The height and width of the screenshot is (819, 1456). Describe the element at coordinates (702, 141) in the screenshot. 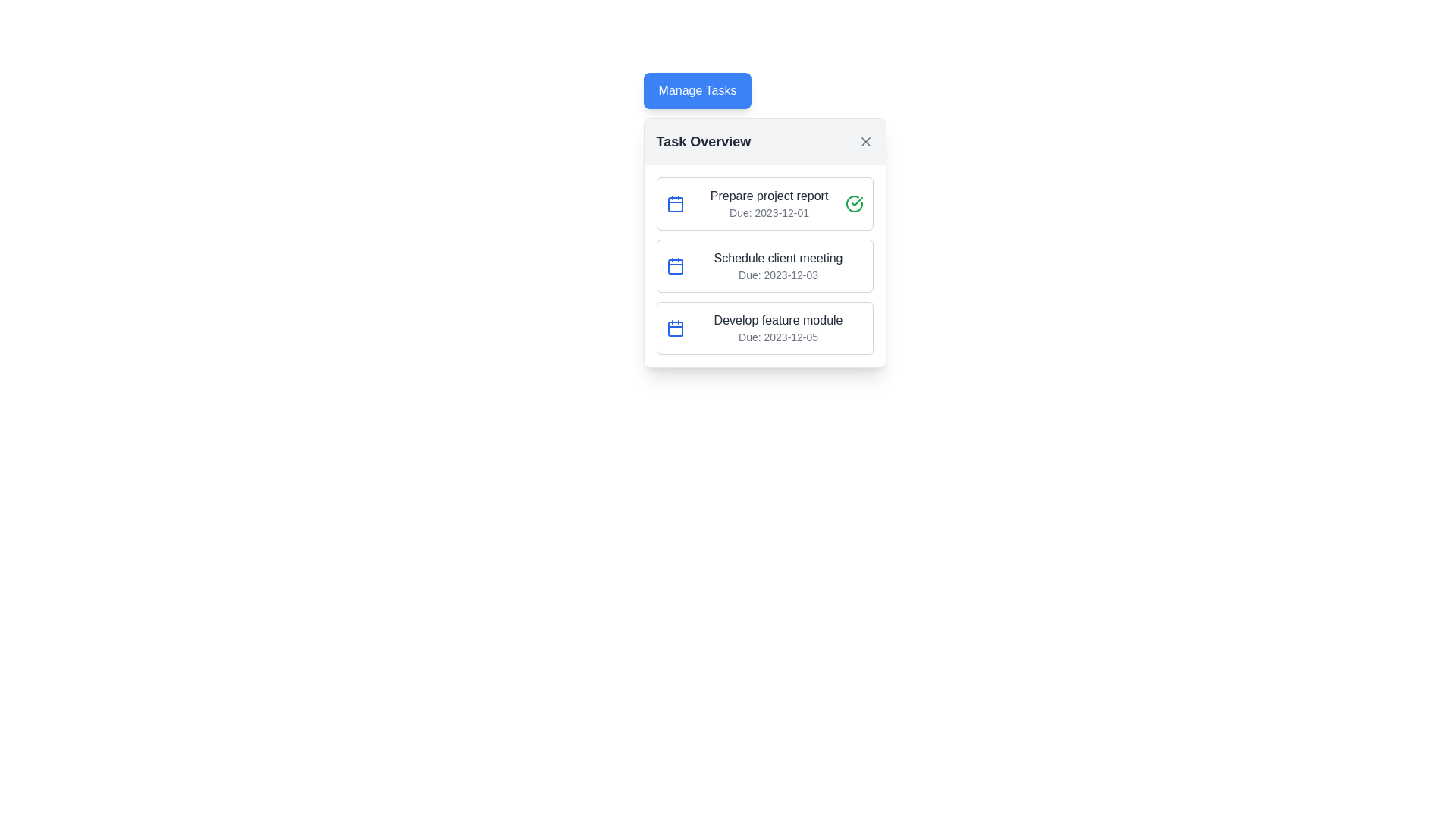

I see `the bold and large text label reading 'Task Overview' at the top-left of the panel interface` at that location.